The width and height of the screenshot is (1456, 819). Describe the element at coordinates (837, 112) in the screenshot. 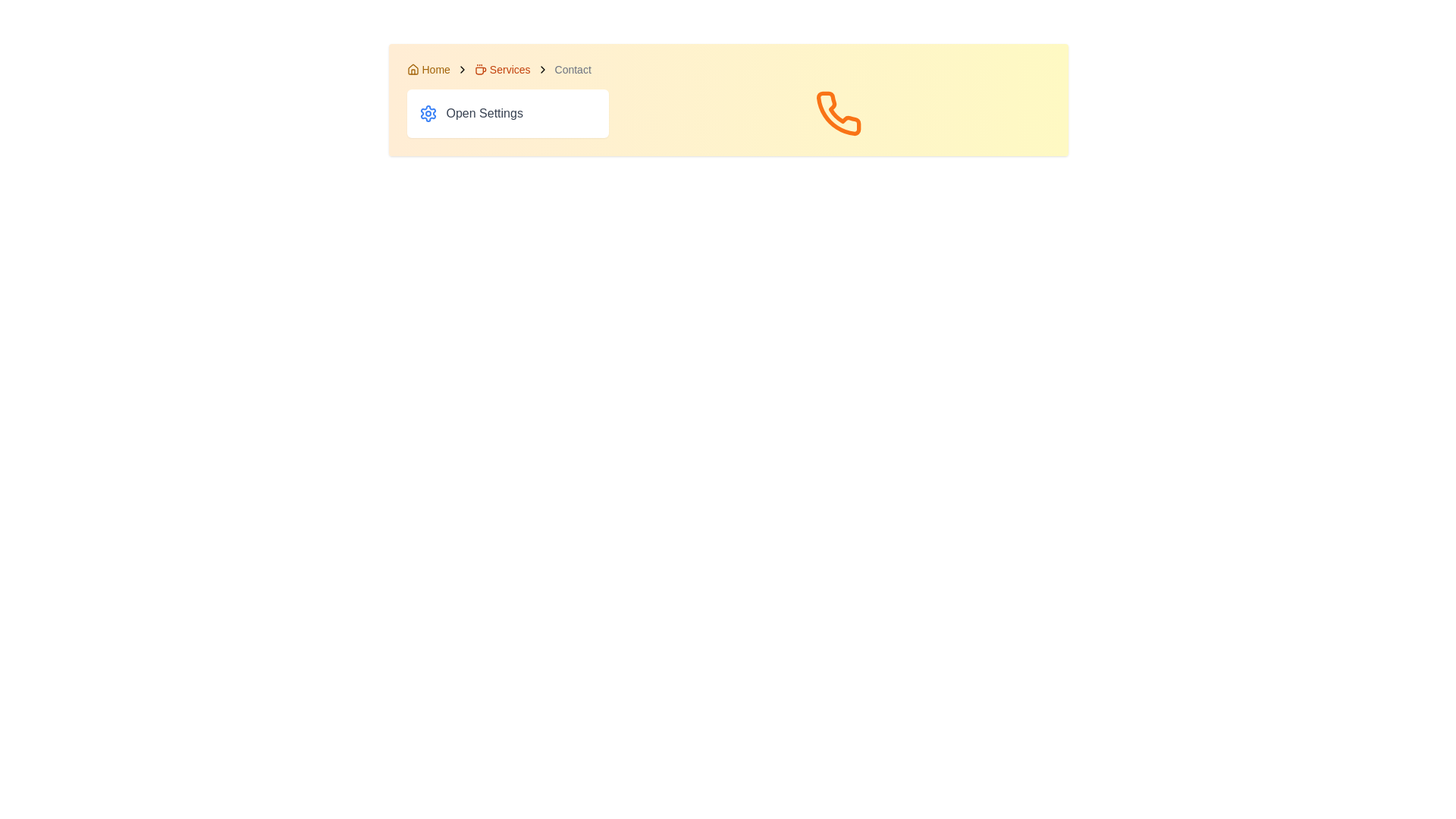

I see `the orange phone icon located on the header section towards the right side` at that location.